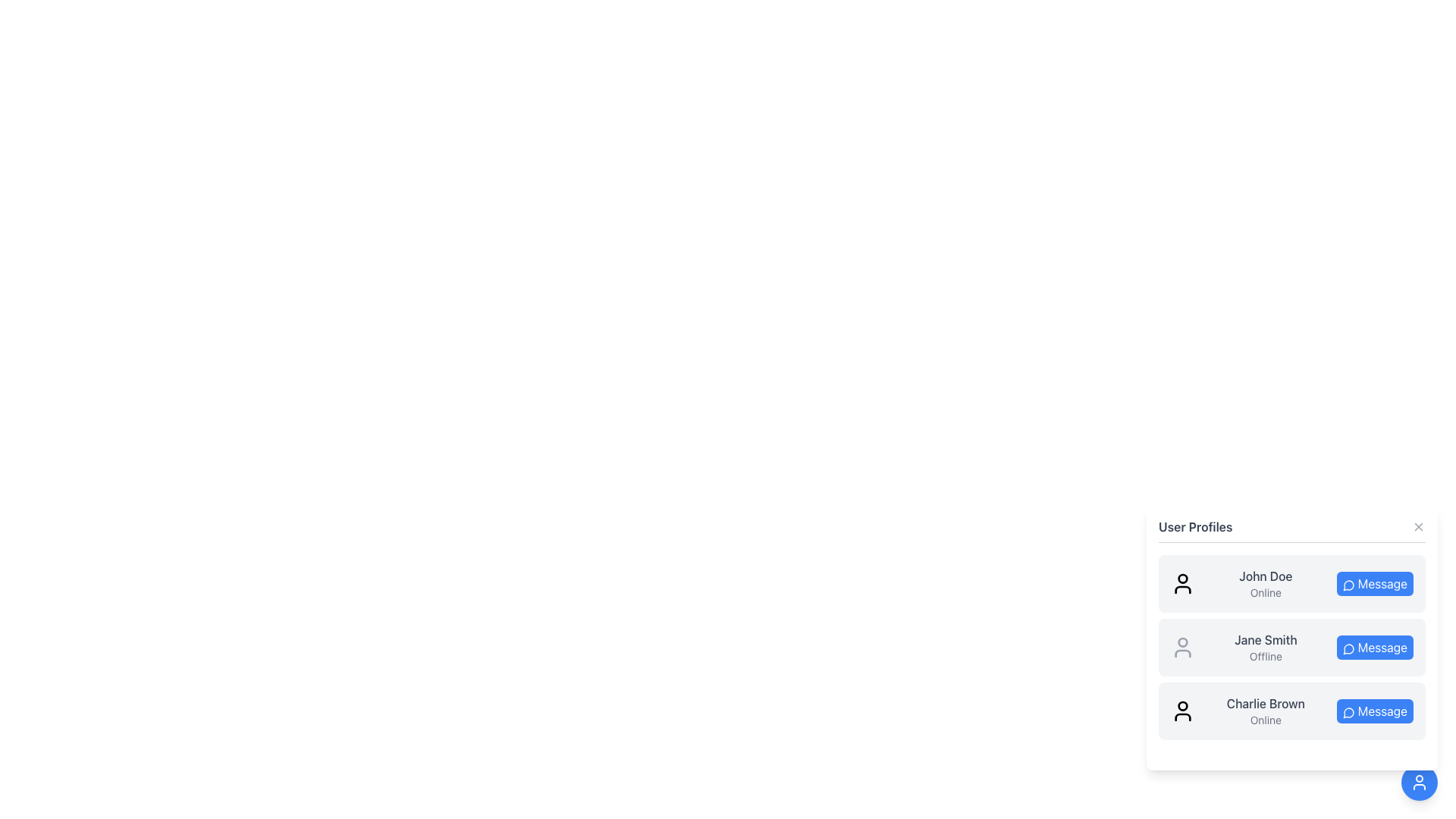  What do you see at coordinates (1266, 719) in the screenshot?
I see `the online status label of user 'Charlie Brown' located next to the 'Message' button in the user profile section` at bounding box center [1266, 719].